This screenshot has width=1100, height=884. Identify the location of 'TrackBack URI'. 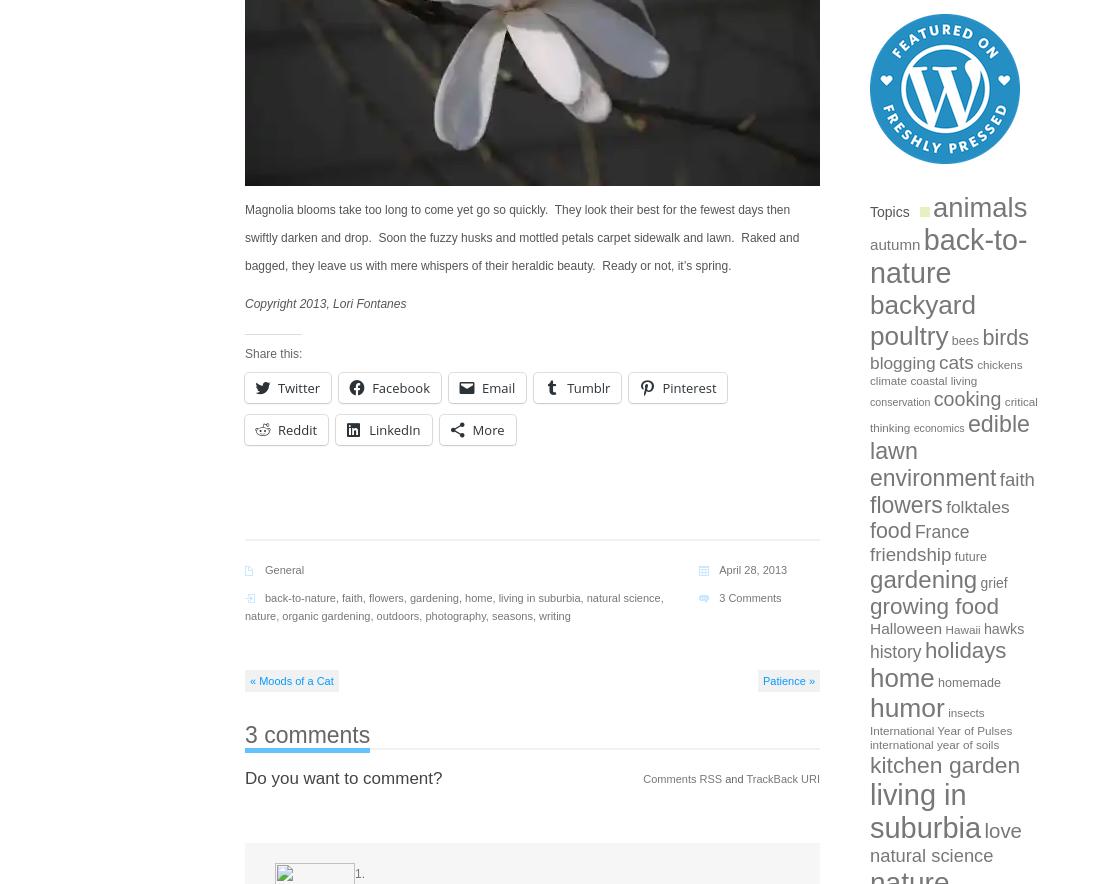
(782, 777).